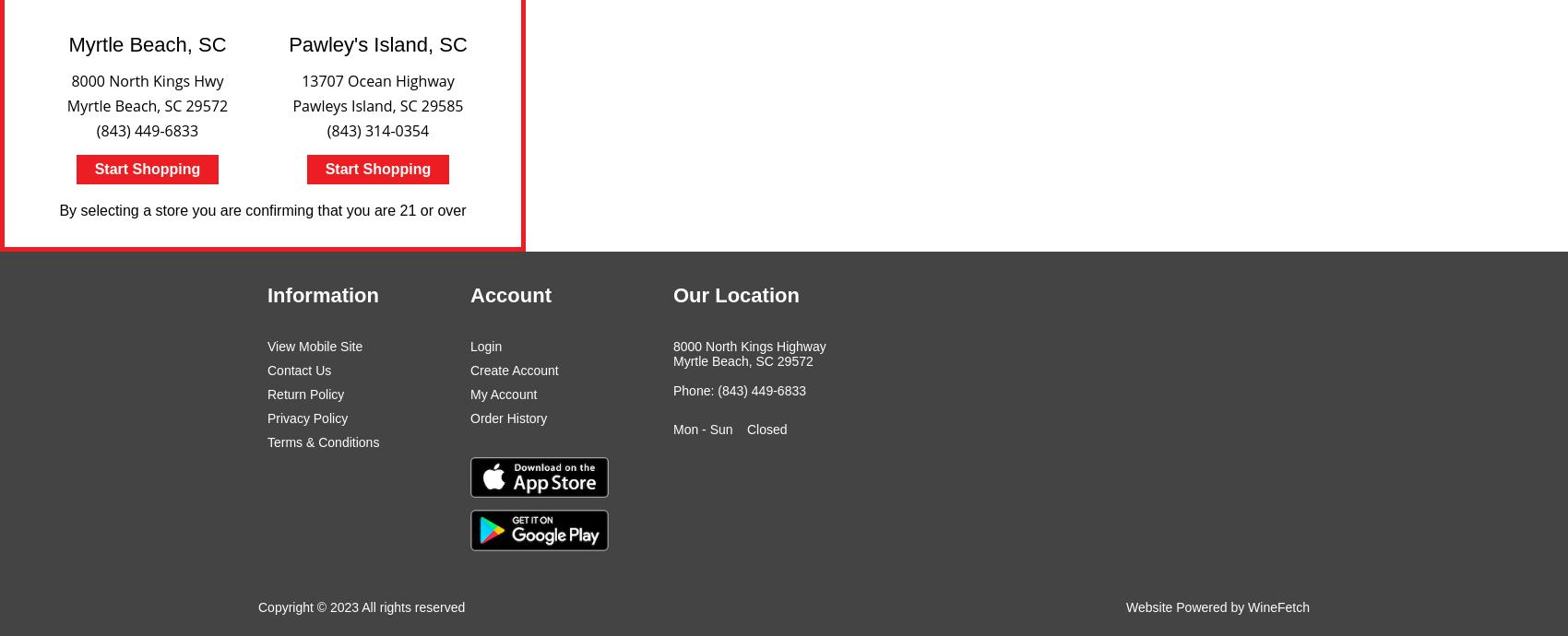  I want to click on '13707 Ocean Highway', so click(376, 80).